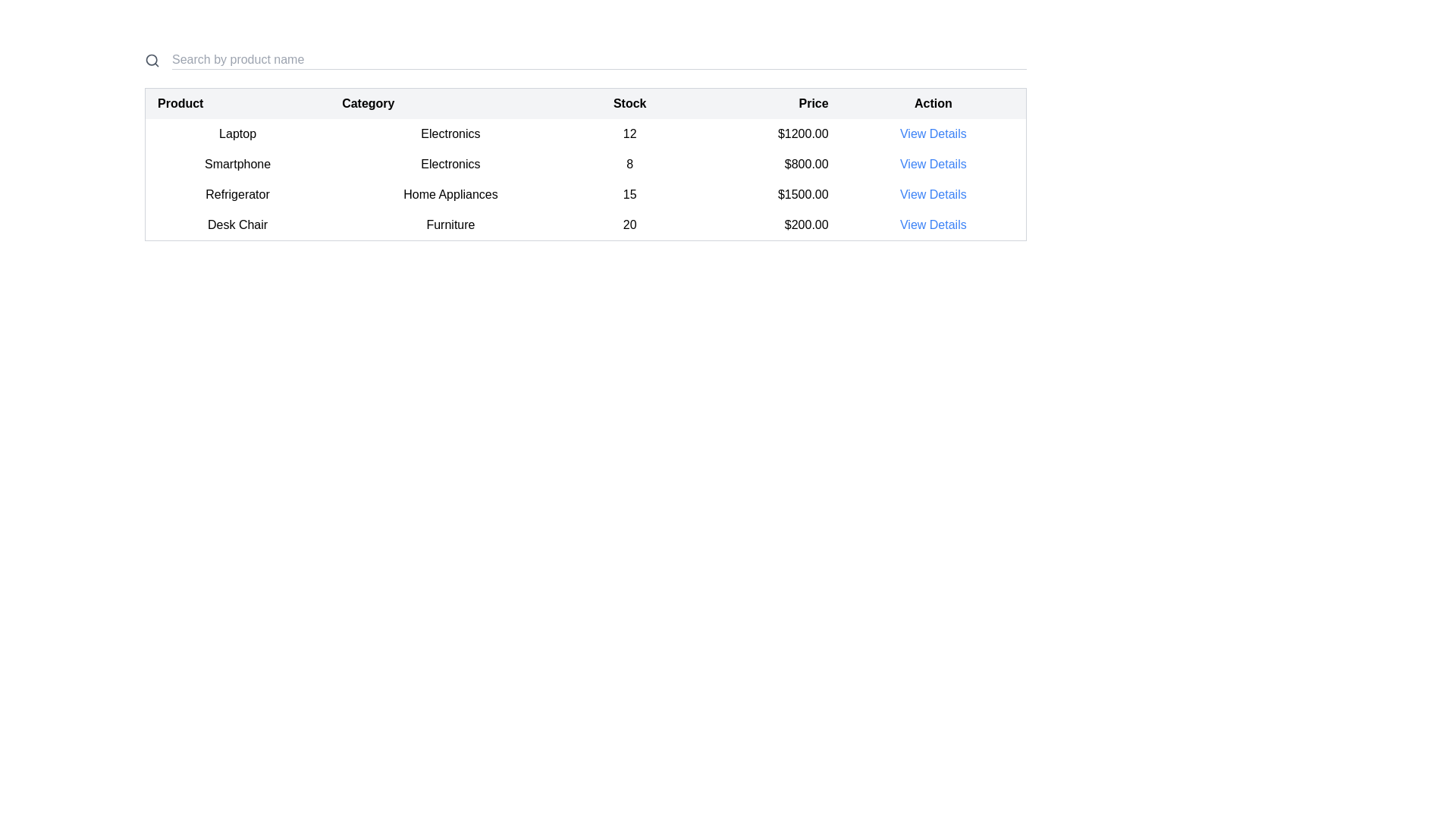 The width and height of the screenshot is (1456, 819). What do you see at coordinates (933, 133) in the screenshot?
I see `the 'View Details' hyperlink in the first row of the table under the 'Action' column for the product 'Laptop'` at bounding box center [933, 133].